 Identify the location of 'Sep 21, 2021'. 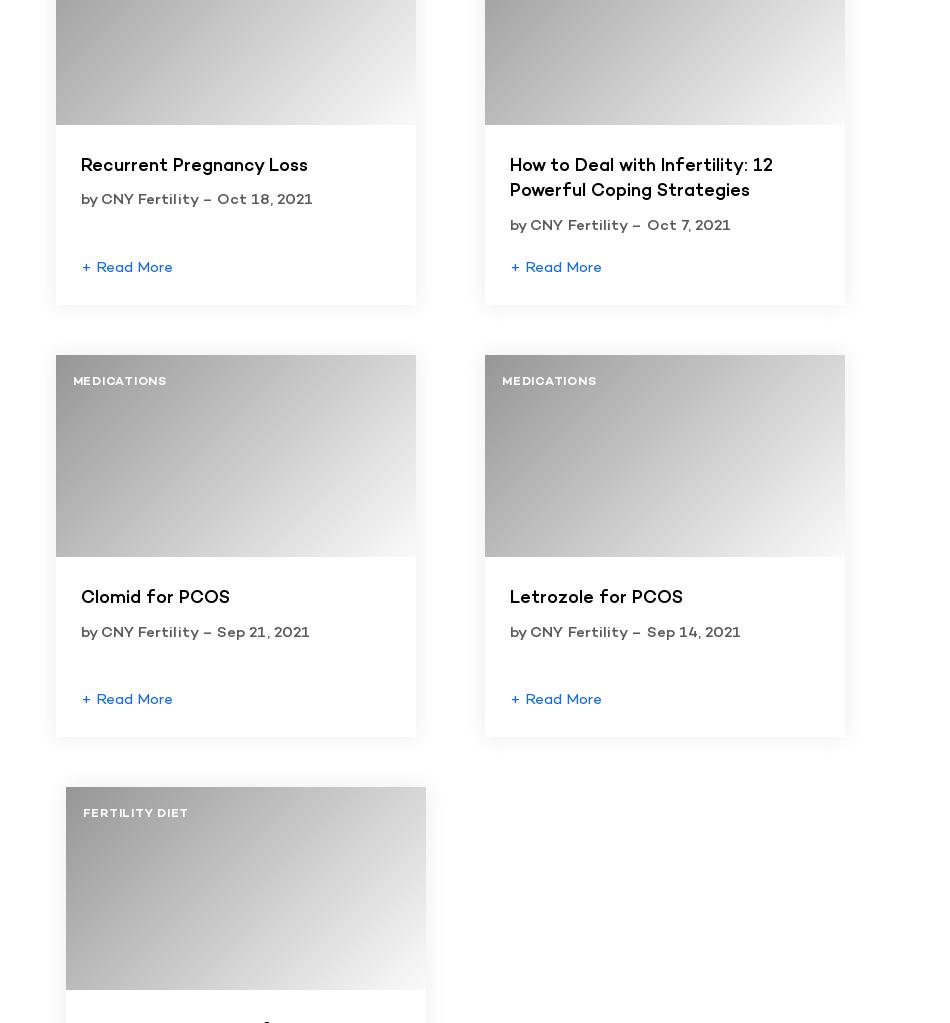
(262, 632).